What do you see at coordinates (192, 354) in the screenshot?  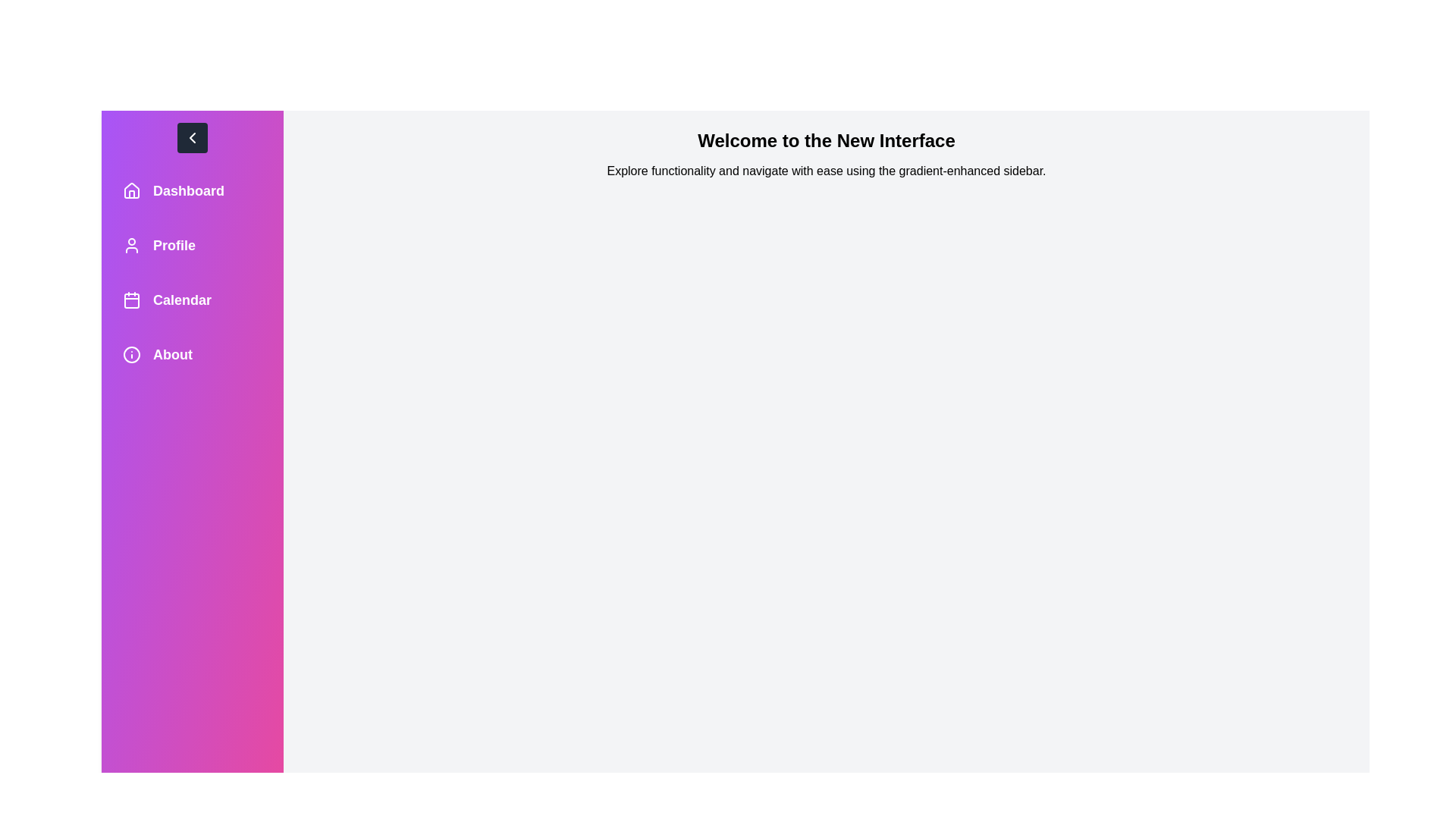 I see `the menu item labeled About to navigate to the corresponding section` at bounding box center [192, 354].